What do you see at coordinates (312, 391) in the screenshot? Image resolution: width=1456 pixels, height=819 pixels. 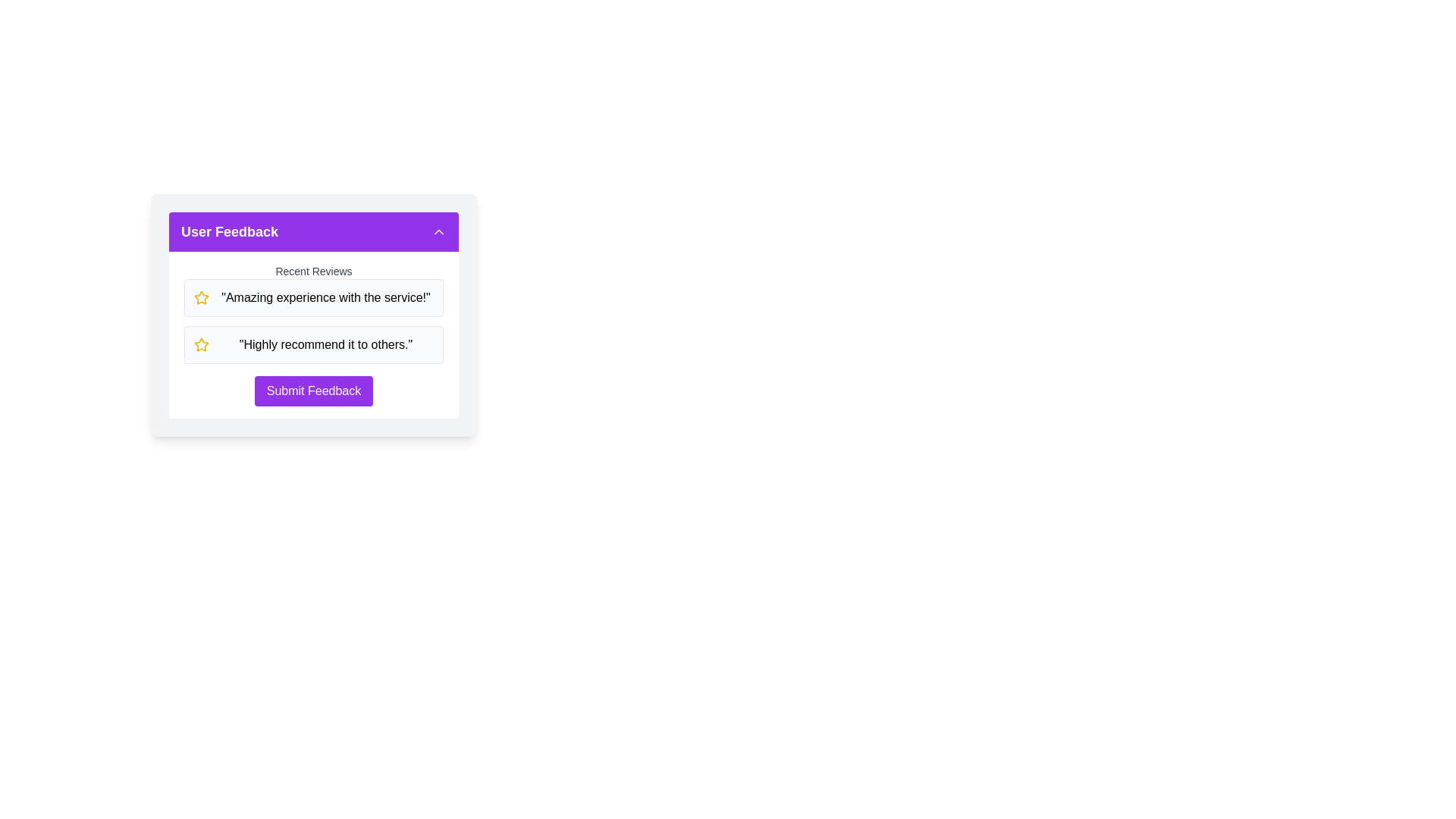 I see `the feedback submission button located at the bottom of the feedback reviews` at bounding box center [312, 391].